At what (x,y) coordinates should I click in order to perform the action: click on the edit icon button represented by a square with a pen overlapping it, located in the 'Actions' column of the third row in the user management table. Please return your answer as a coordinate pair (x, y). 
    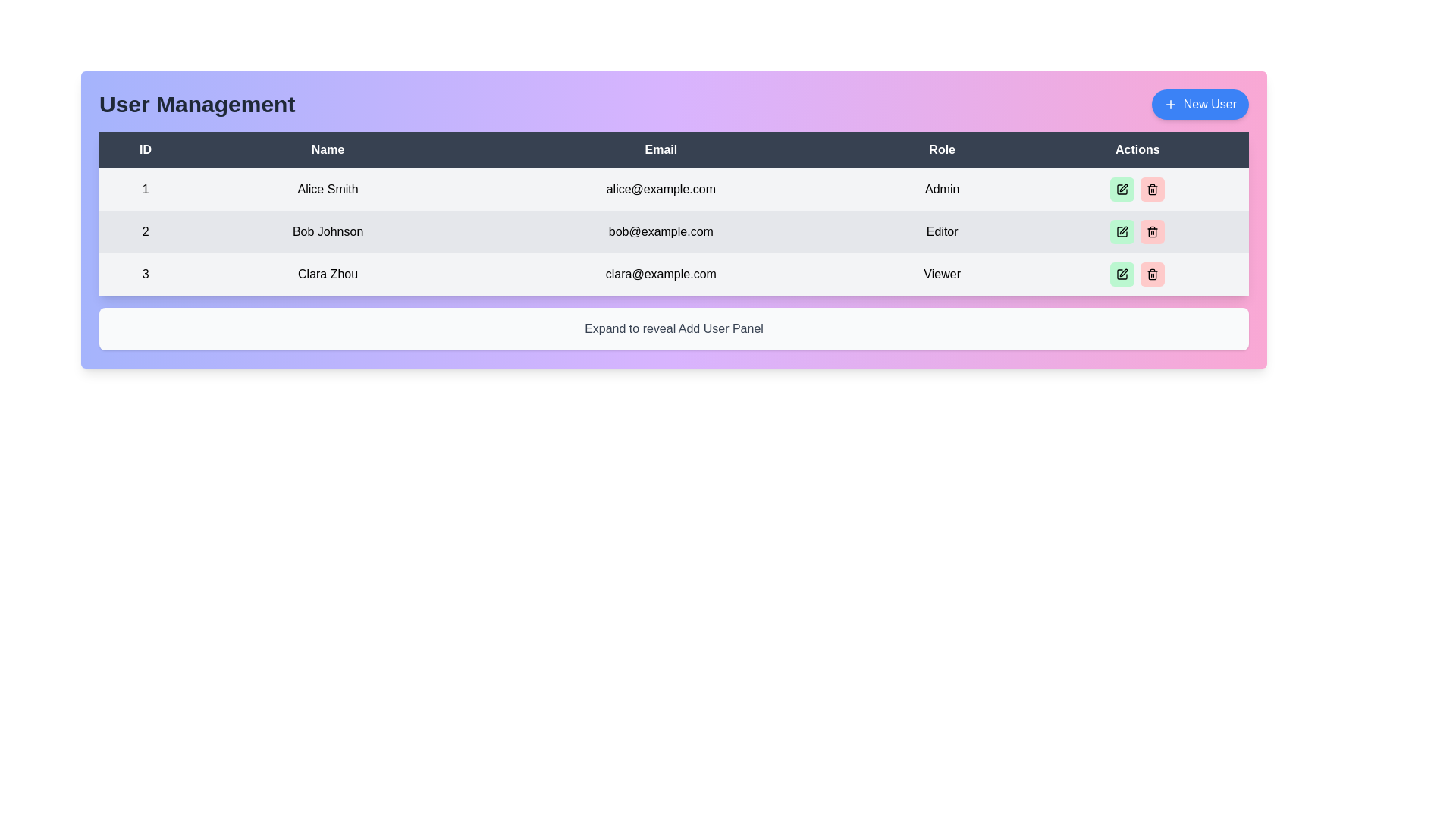
    Looking at the image, I should click on (1122, 275).